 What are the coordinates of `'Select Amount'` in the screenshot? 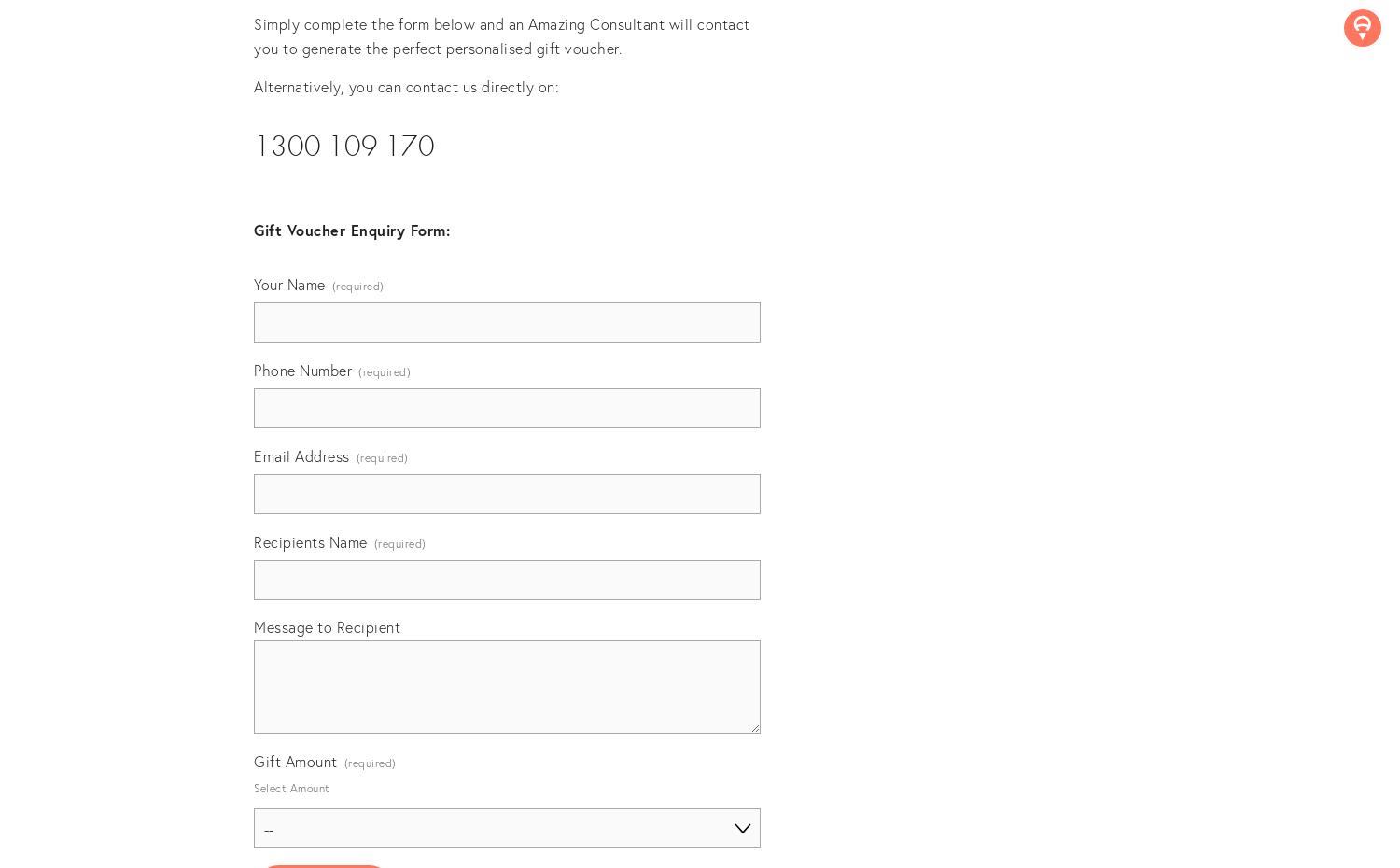 It's located at (291, 787).